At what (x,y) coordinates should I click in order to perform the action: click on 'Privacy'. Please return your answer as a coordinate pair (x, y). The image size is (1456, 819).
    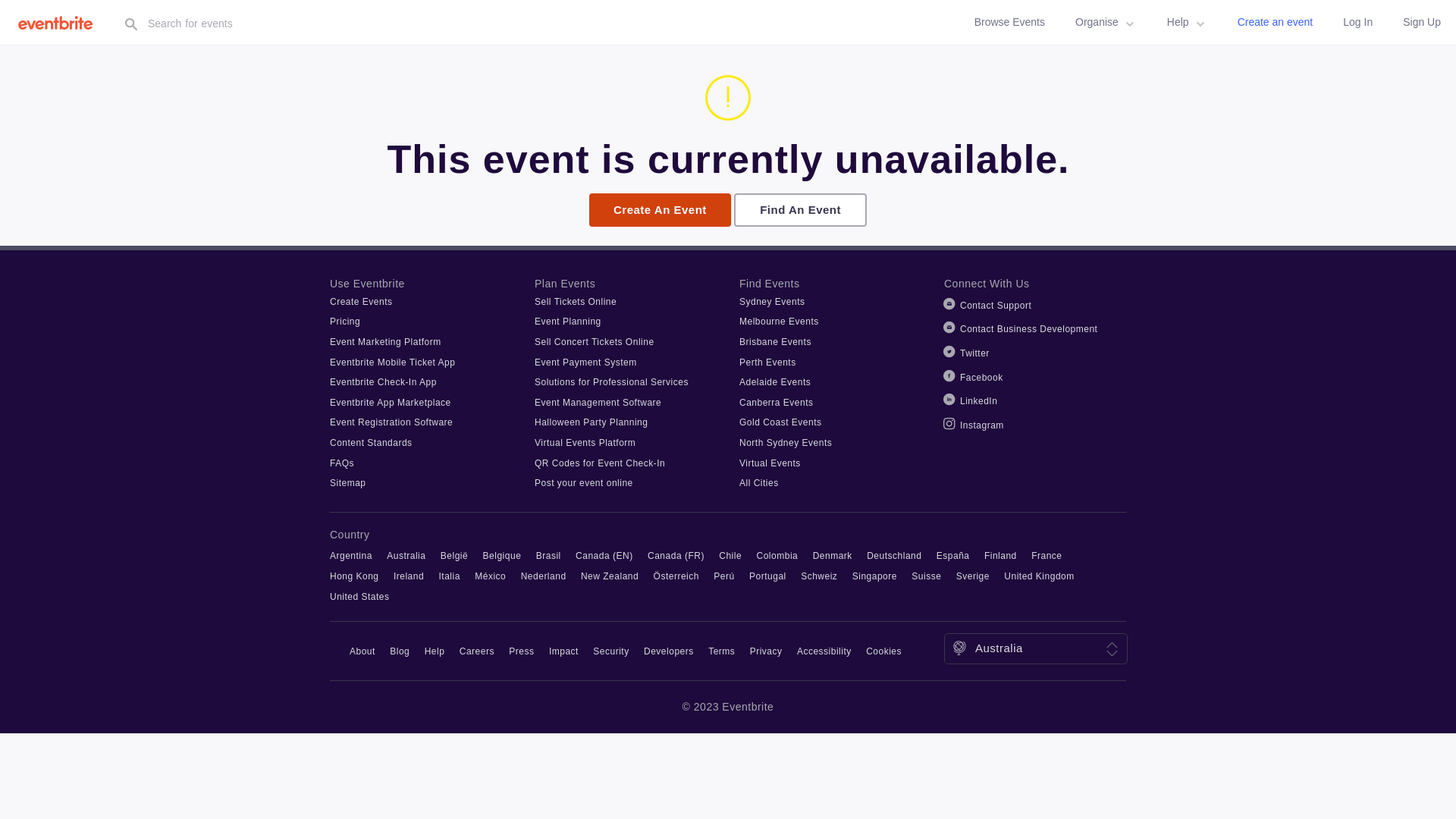
    Looking at the image, I should click on (766, 651).